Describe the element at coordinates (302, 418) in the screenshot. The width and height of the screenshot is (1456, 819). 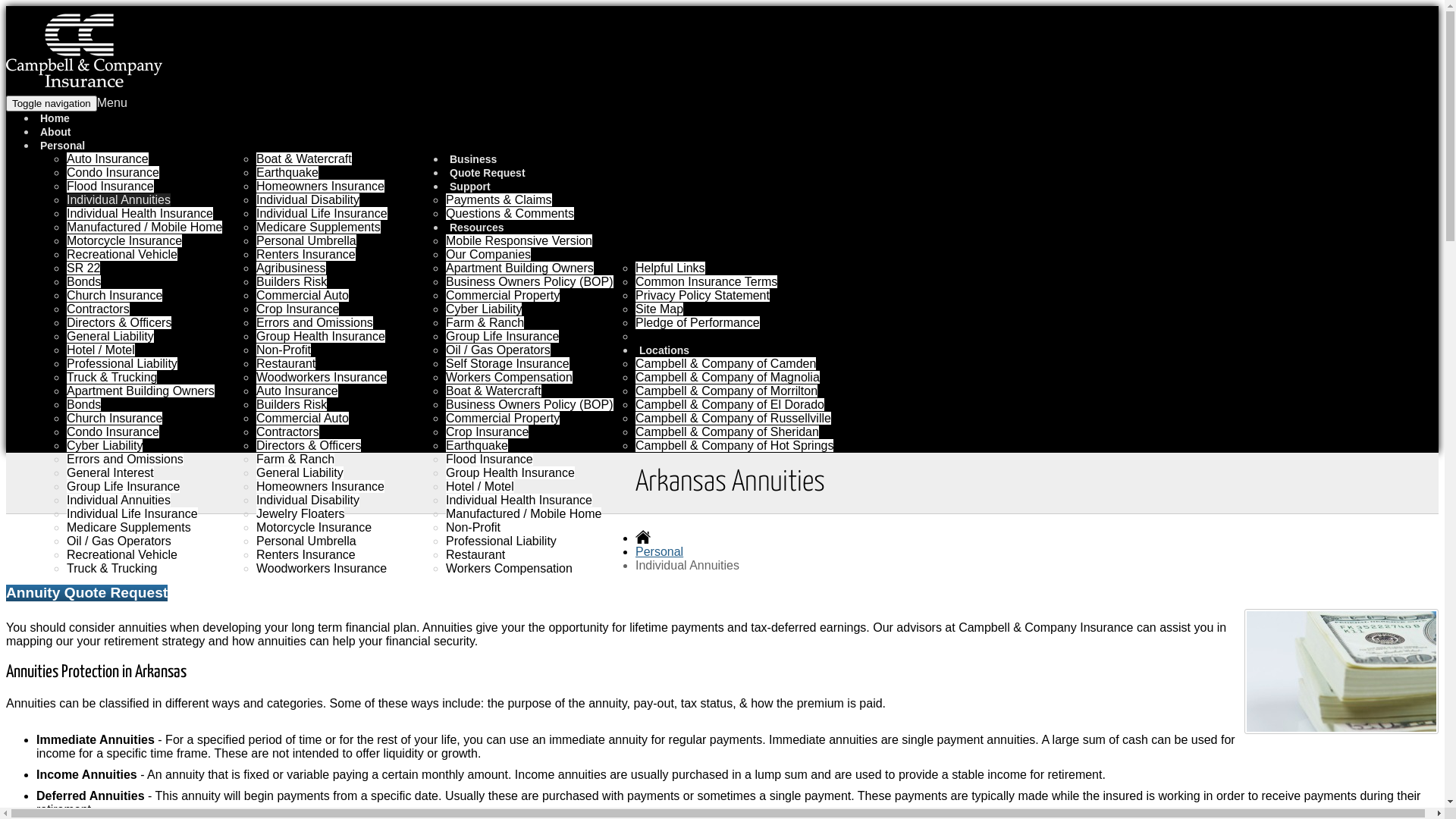
I see `'Commercial Auto'` at that location.